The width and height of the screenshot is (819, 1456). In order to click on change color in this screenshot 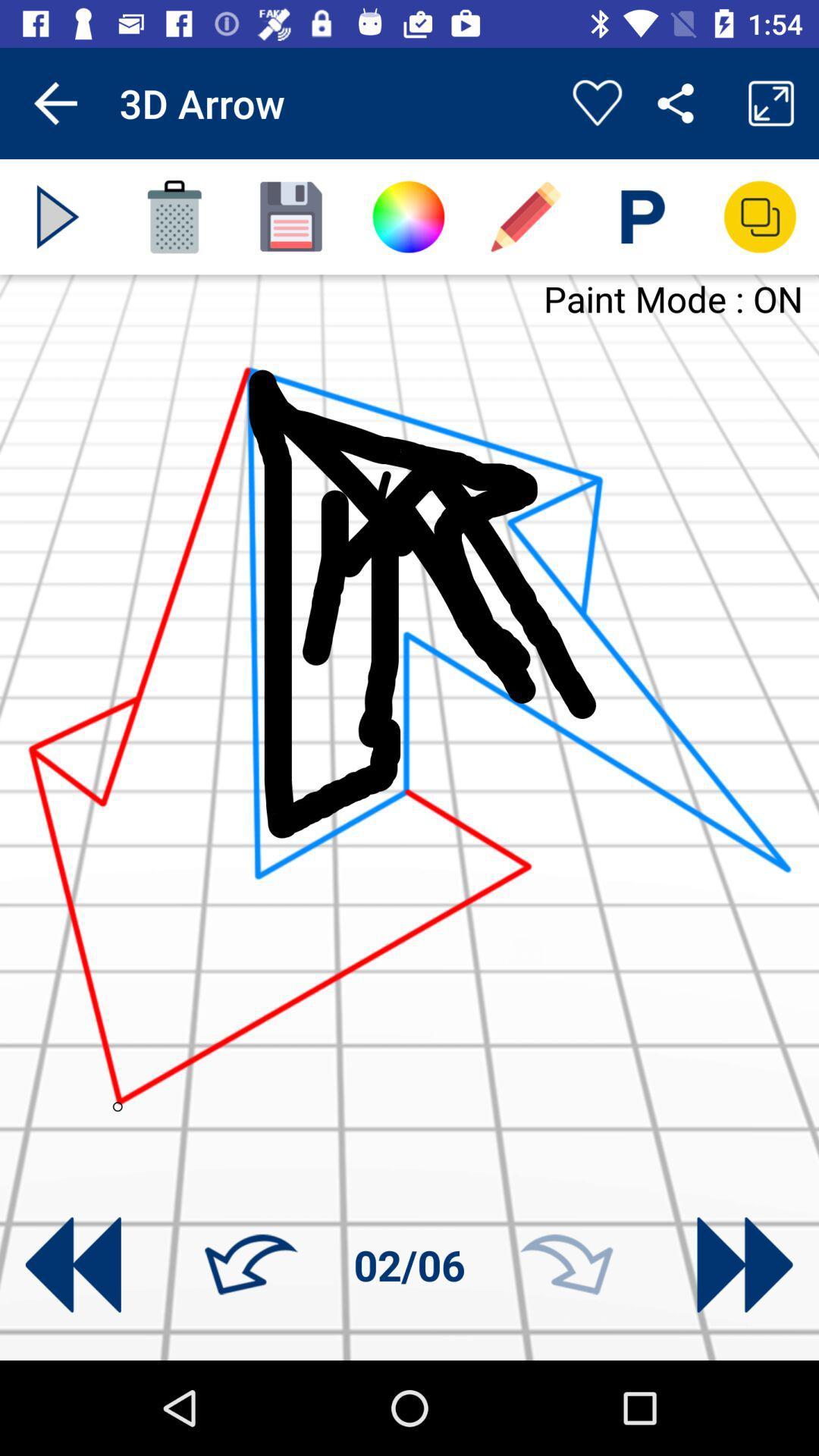, I will do `click(407, 216)`.